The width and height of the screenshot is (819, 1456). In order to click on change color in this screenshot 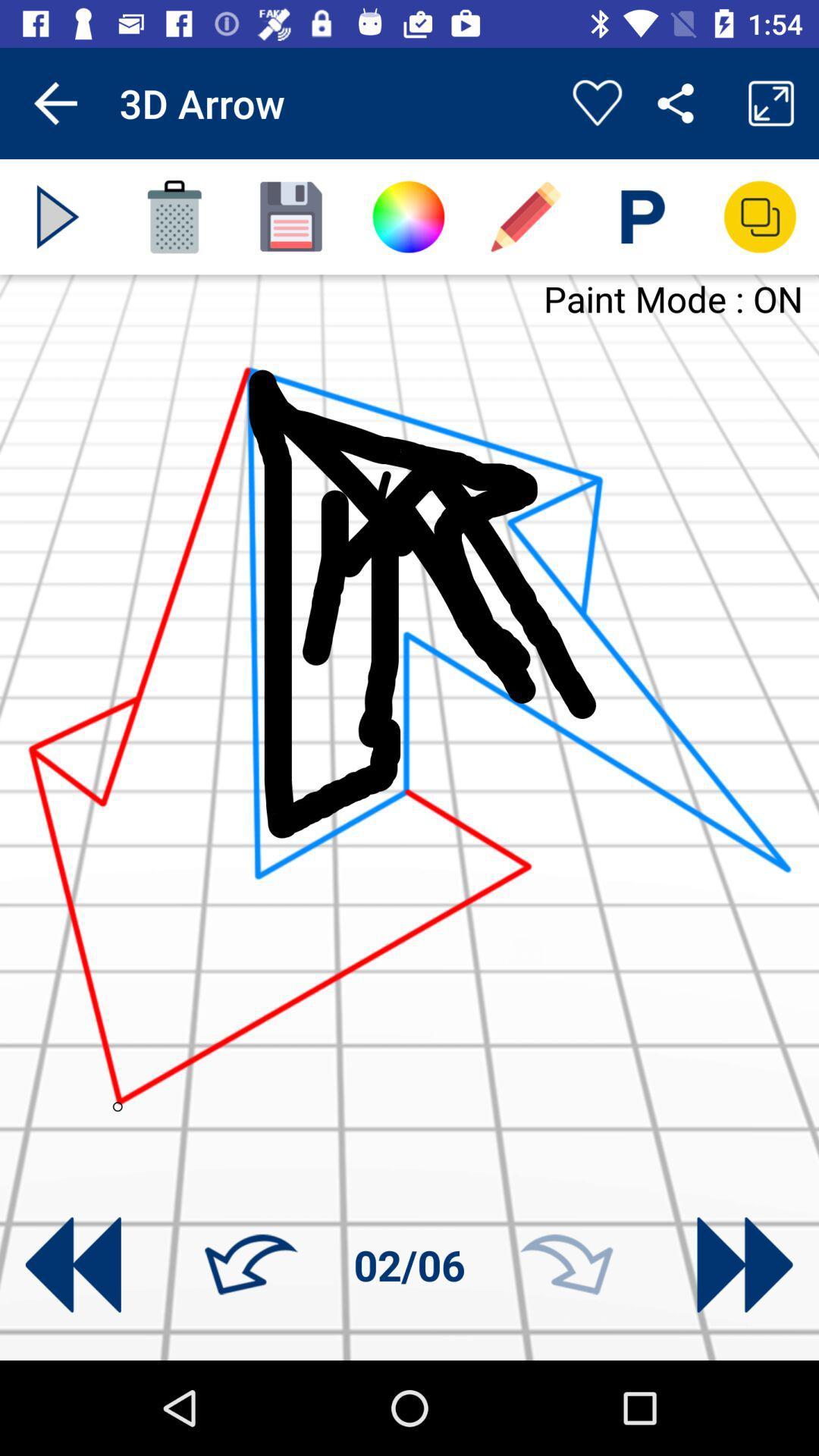, I will do `click(407, 216)`.